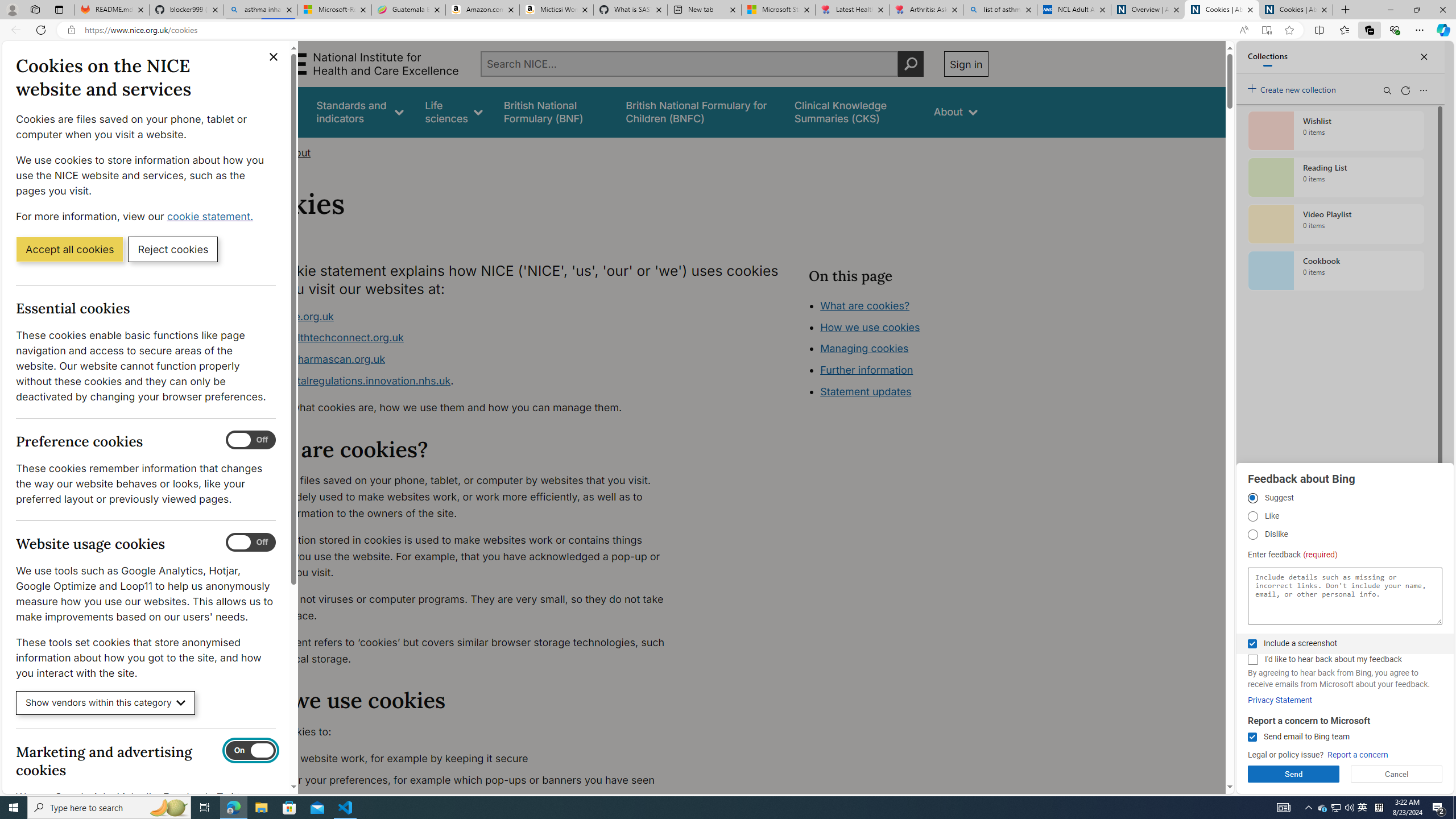 The width and height of the screenshot is (1456, 819). Describe the element at coordinates (250, 751) in the screenshot. I see `'Marketing and advertising cookies'` at that location.